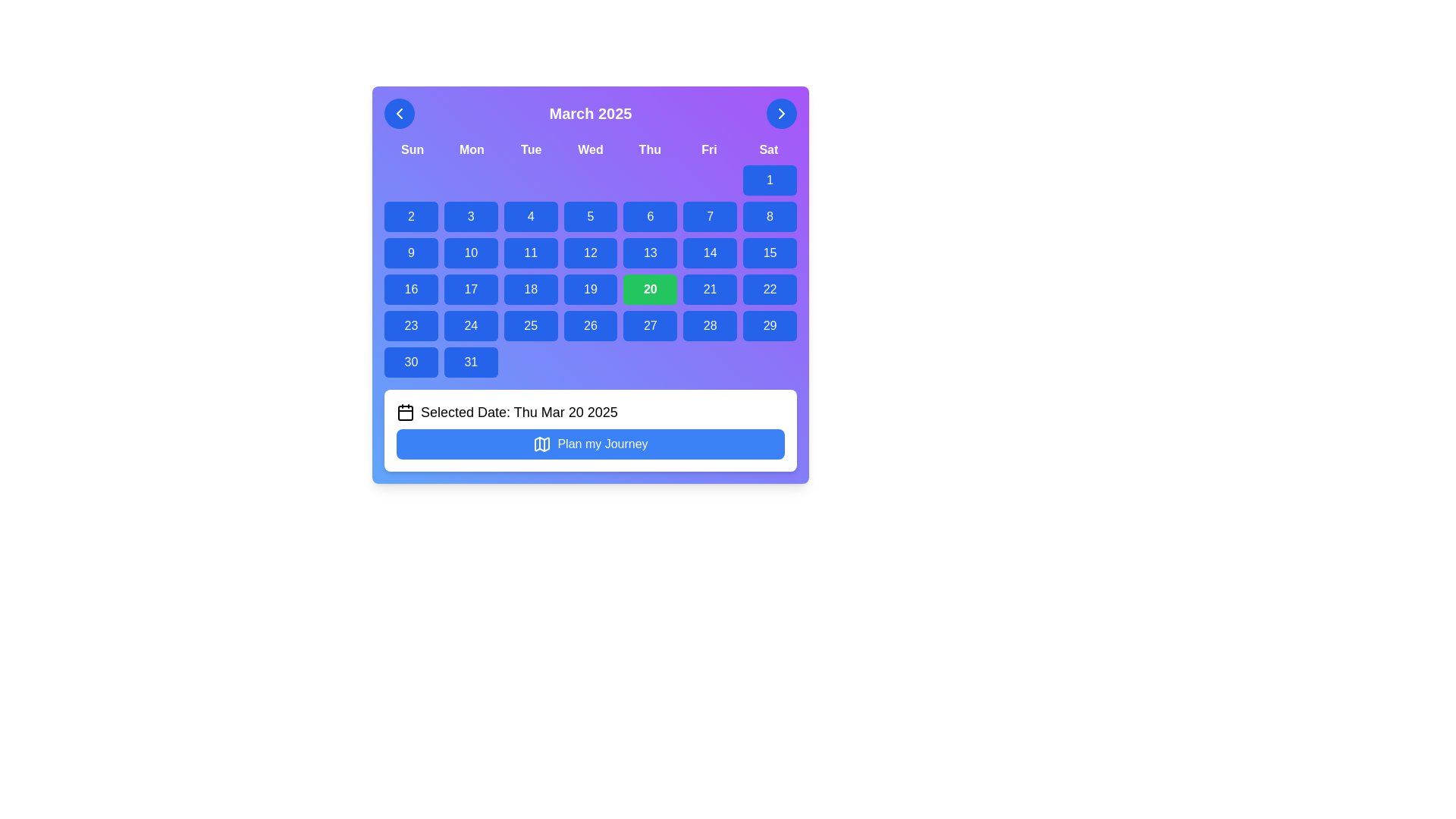  What do you see at coordinates (411, 216) in the screenshot?
I see `the button representing the date '2' in the monthly calendar interface` at bounding box center [411, 216].